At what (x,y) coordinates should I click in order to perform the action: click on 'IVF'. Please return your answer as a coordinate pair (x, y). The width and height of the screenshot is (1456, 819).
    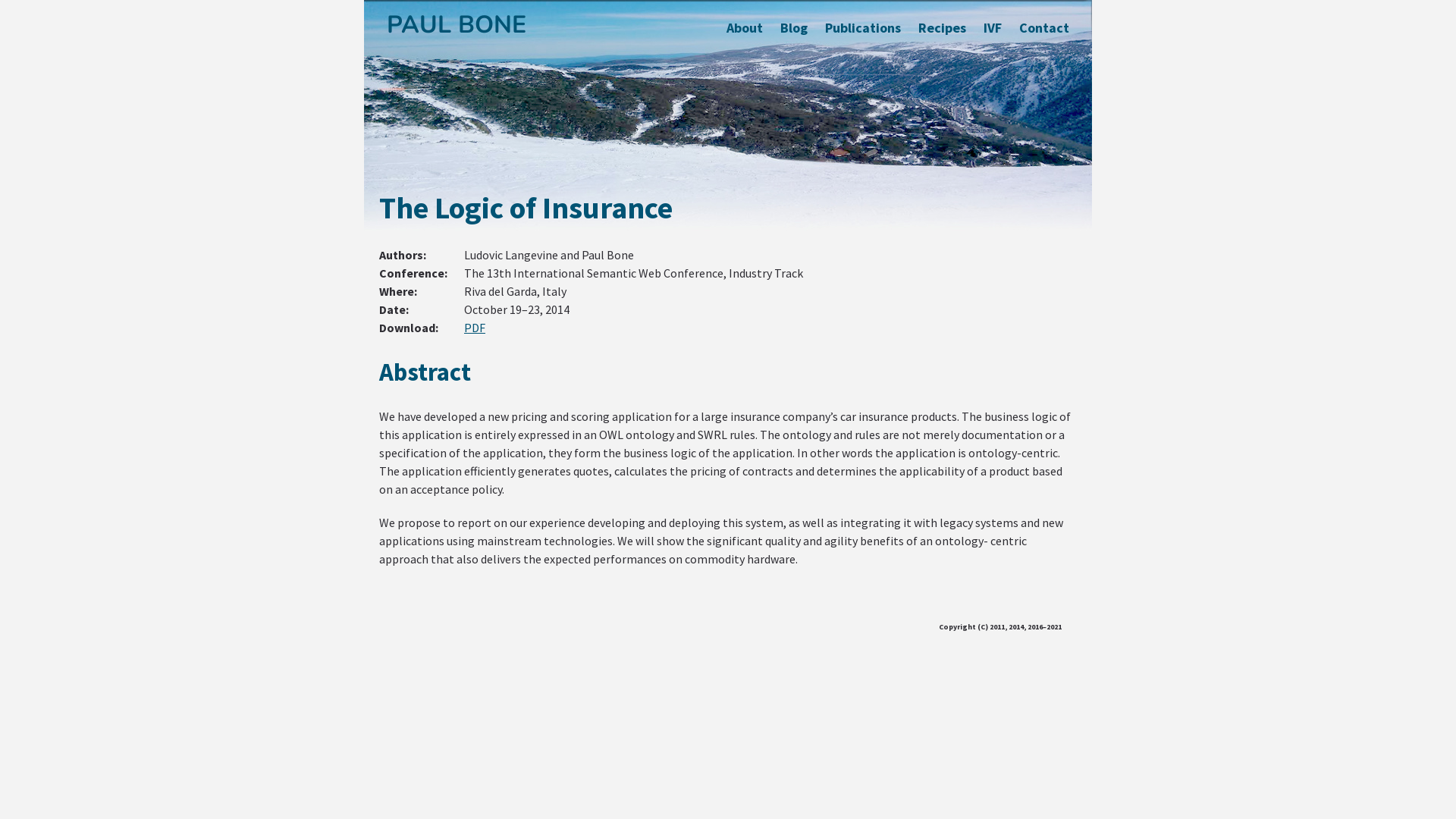
    Looking at the image, I should click on (993, 27).